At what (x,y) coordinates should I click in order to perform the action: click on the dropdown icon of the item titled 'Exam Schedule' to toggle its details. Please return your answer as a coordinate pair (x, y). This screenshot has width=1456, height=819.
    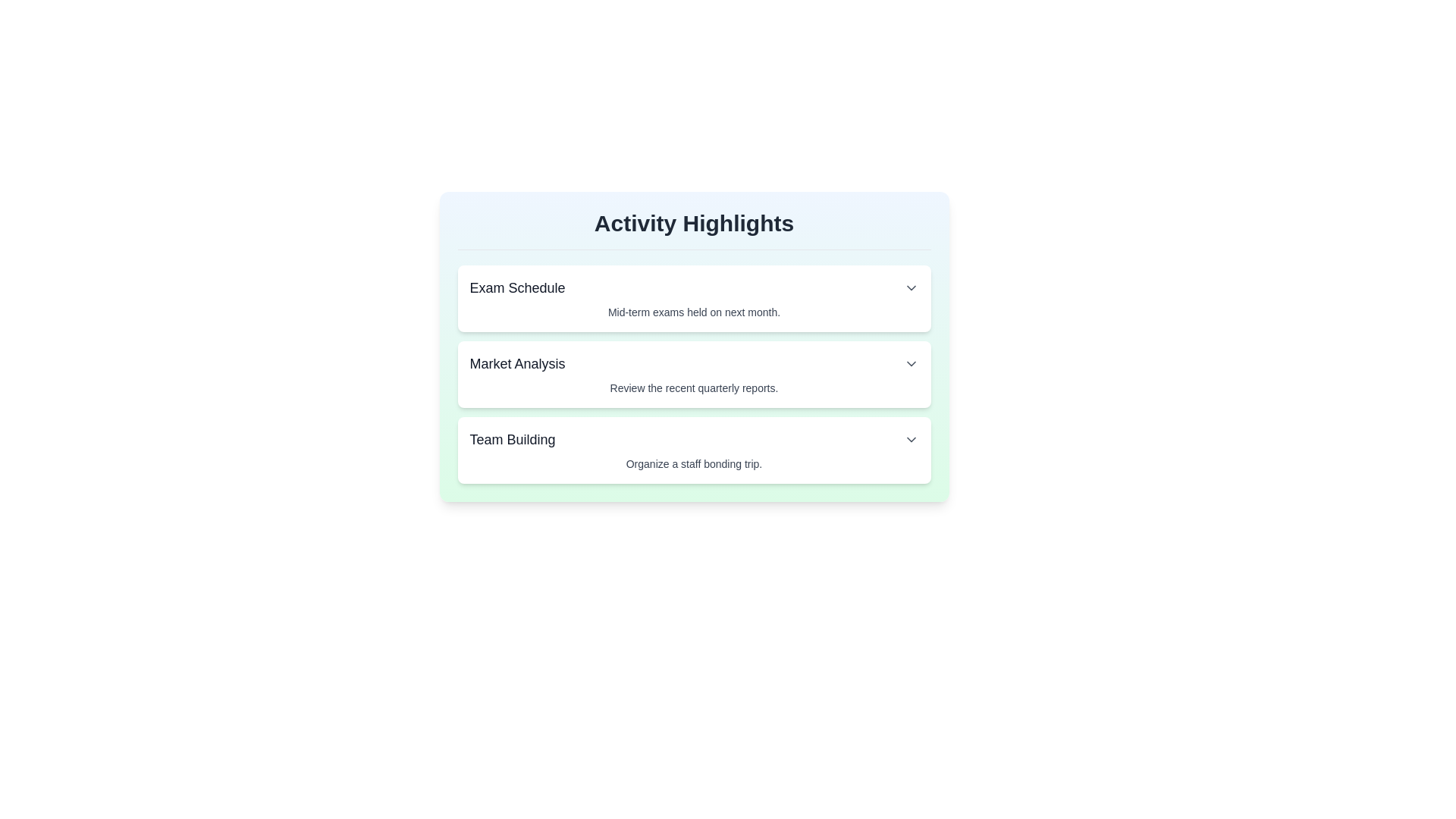
    Looking at the image, I should click on (910, 288).